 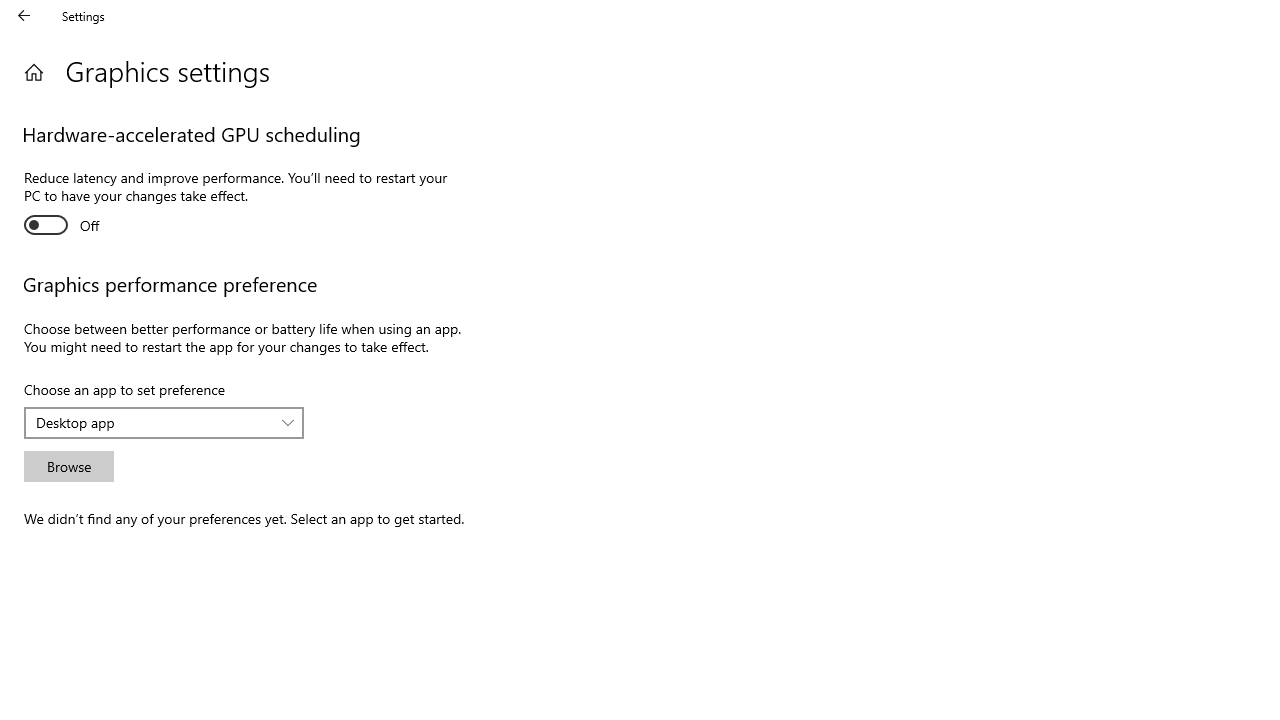 I want to click on 'Browse', so click(x=69, y=466).